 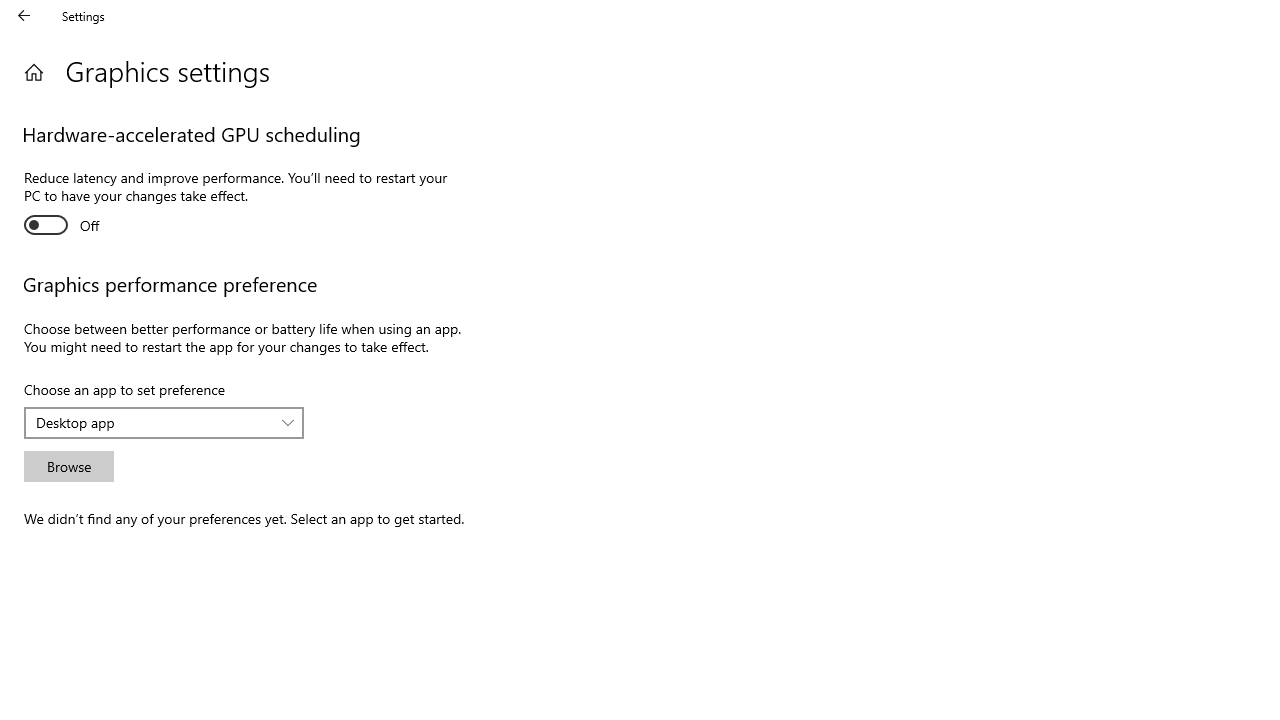 I want to click on 'Browse', so click(x=69, y=466).